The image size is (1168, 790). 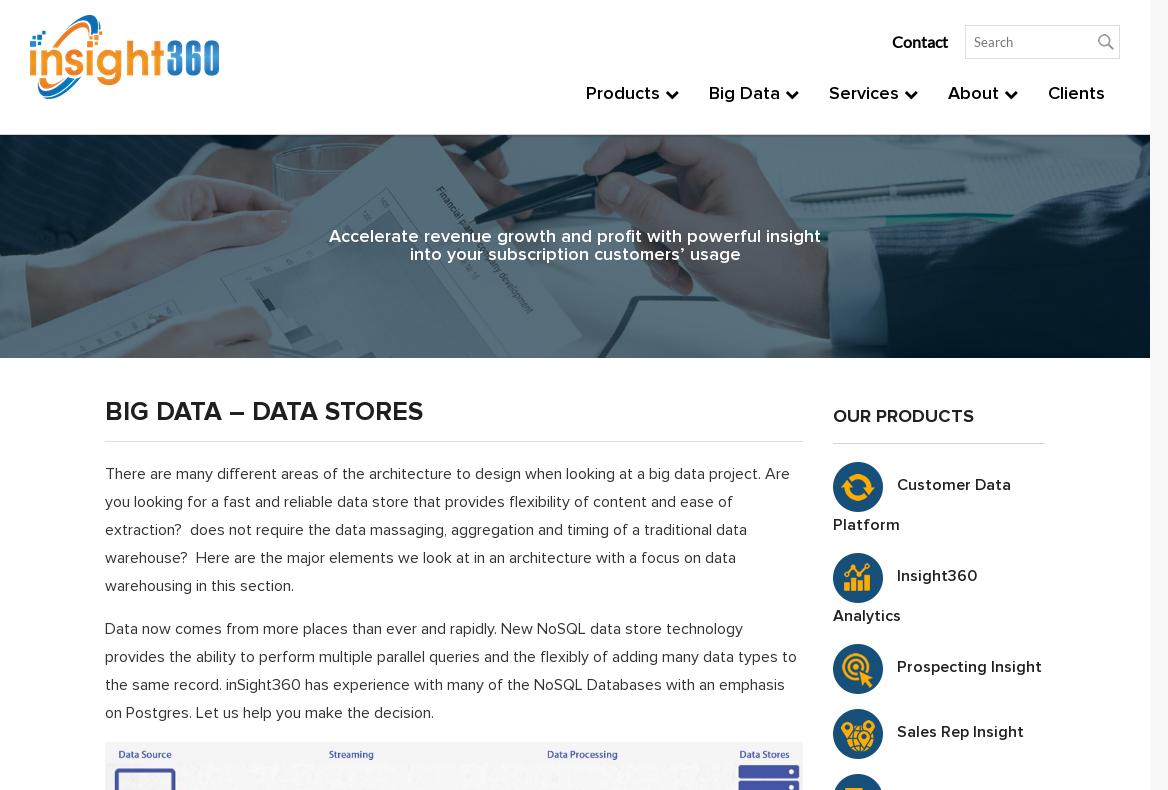 I want to click on 'Analysis', so click(x=858, y=235).